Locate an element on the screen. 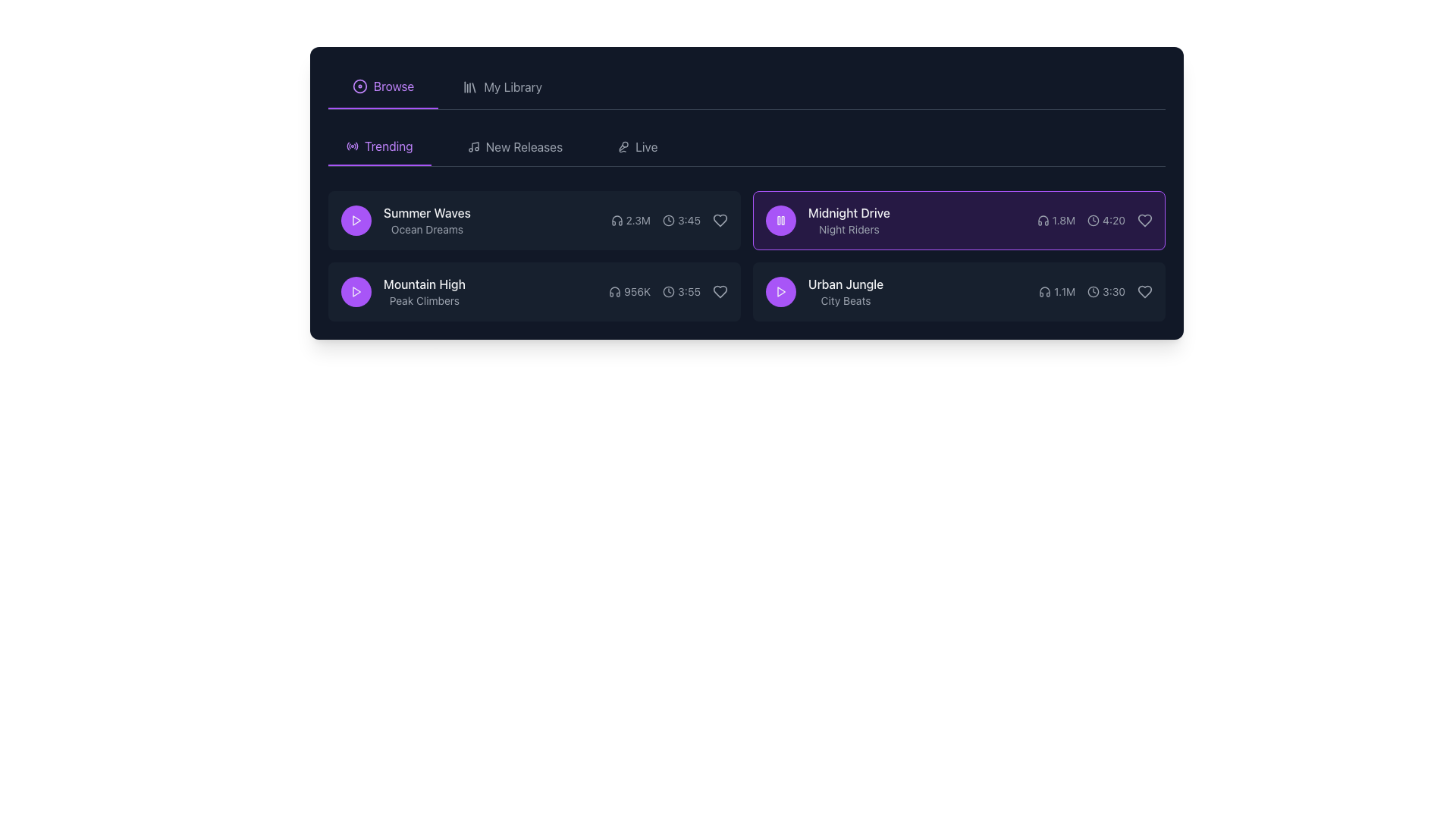 This screenshot has height=819, width=1456. the Information display for the 'Mountain High' song entry, which features a headphones icon and displays '956K' is located at coordinates (629, 292).